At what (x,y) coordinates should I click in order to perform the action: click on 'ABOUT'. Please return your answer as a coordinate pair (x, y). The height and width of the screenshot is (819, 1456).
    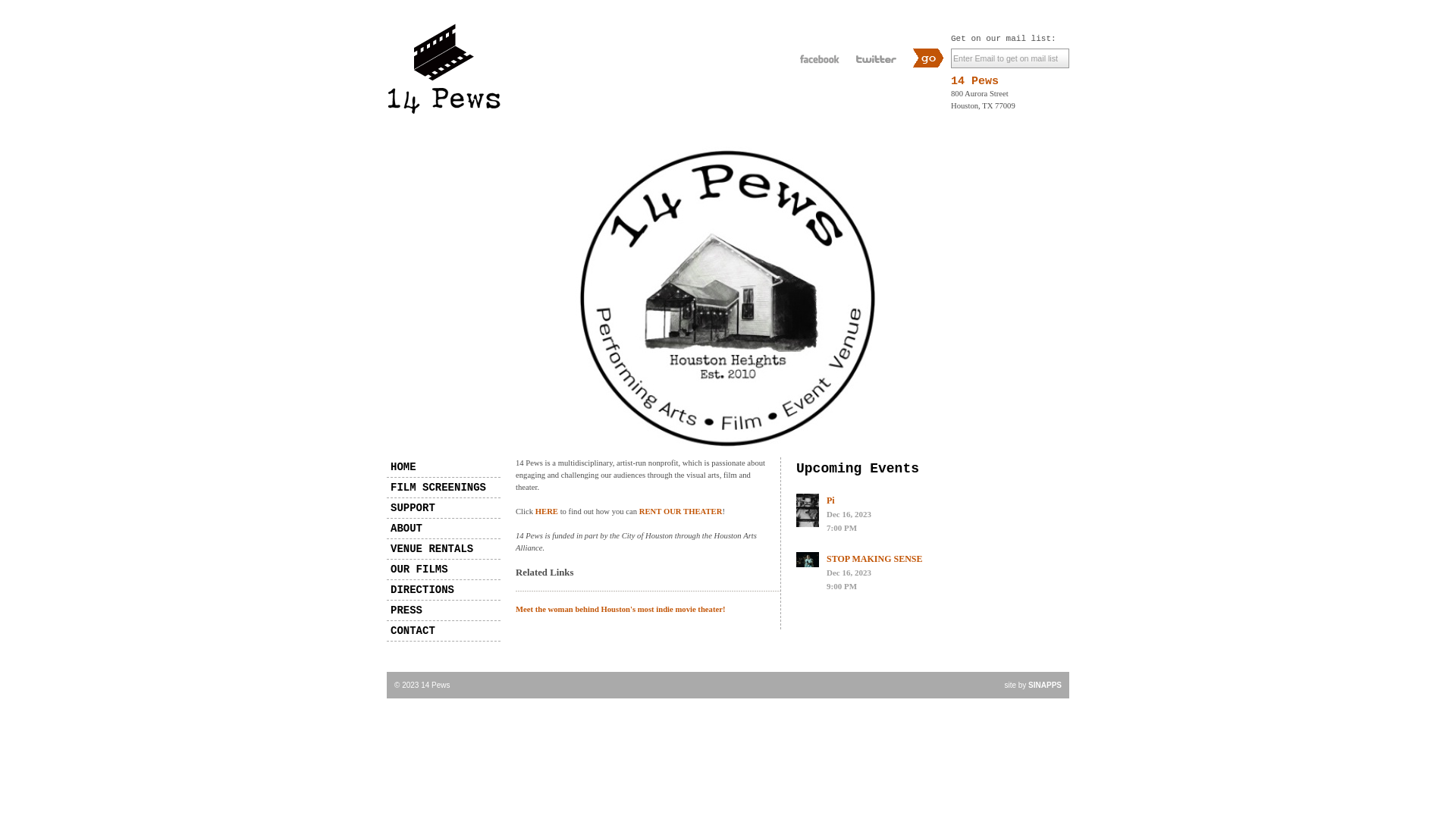
    Looking at the image, I should click on (386, 528).